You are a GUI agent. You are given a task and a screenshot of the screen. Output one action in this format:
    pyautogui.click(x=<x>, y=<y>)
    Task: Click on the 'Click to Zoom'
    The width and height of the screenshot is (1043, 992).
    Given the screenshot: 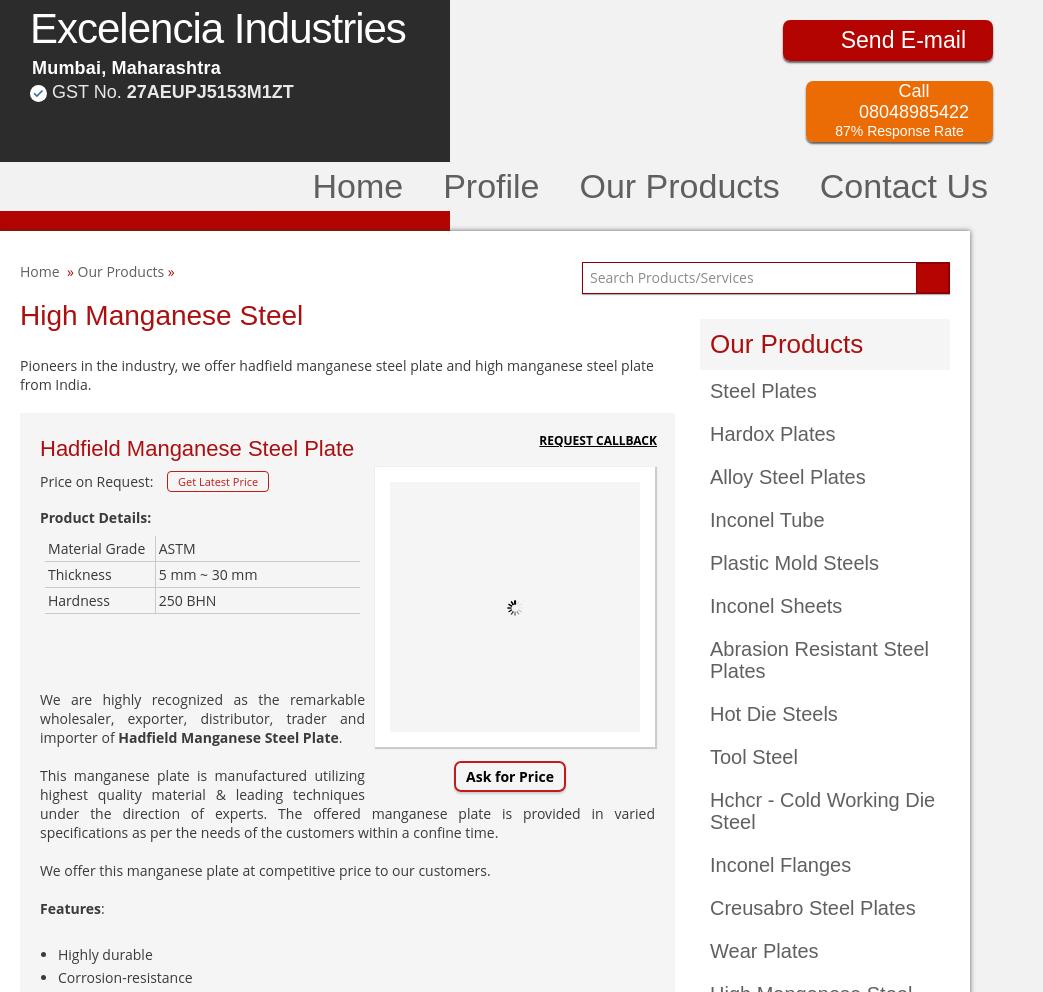 What is the action you would take?
    pyautogui.click(x=513, y=745)
    